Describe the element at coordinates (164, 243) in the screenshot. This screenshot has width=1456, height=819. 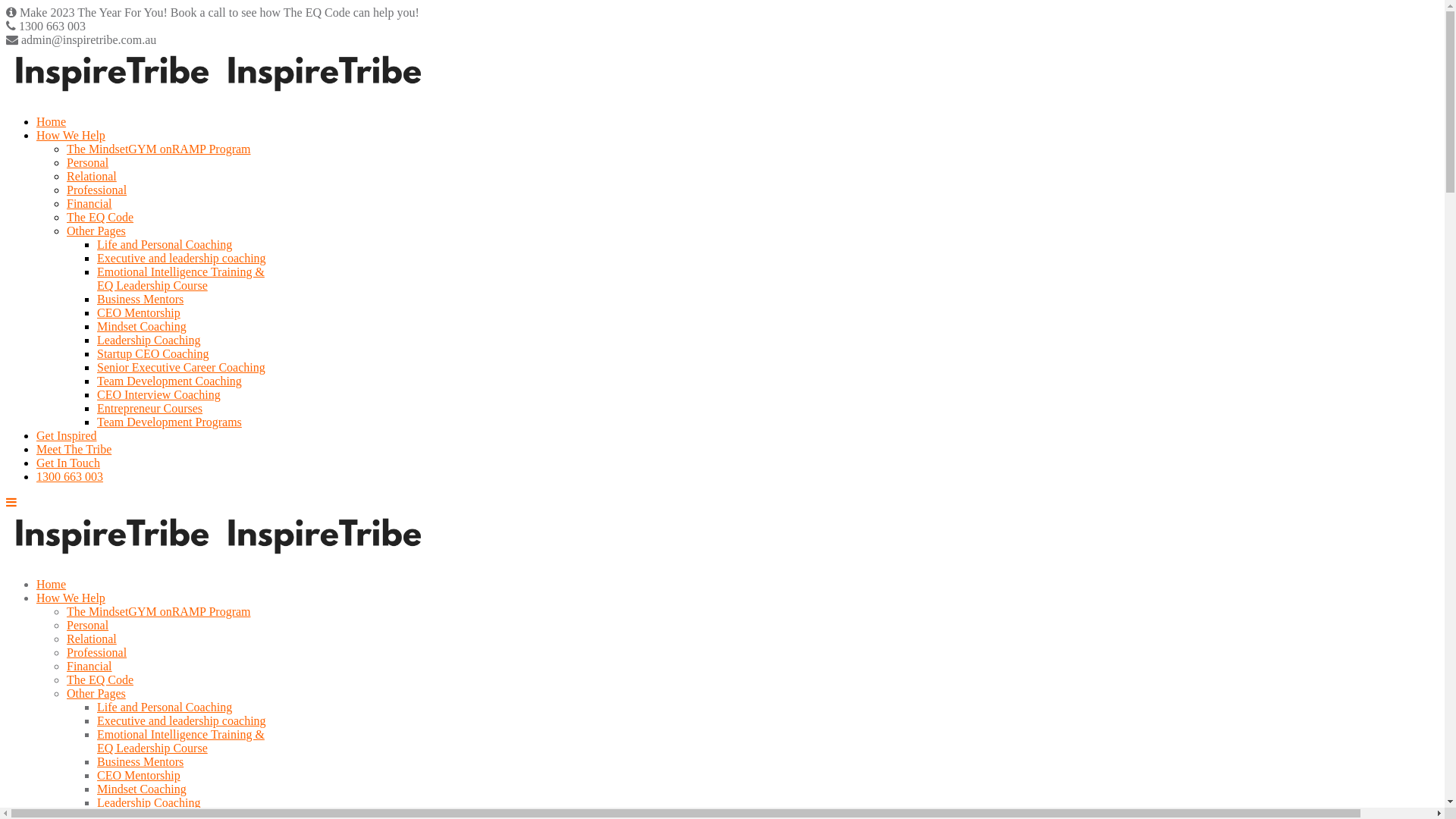
I see `'Life and Personal Coaching'` at that location.